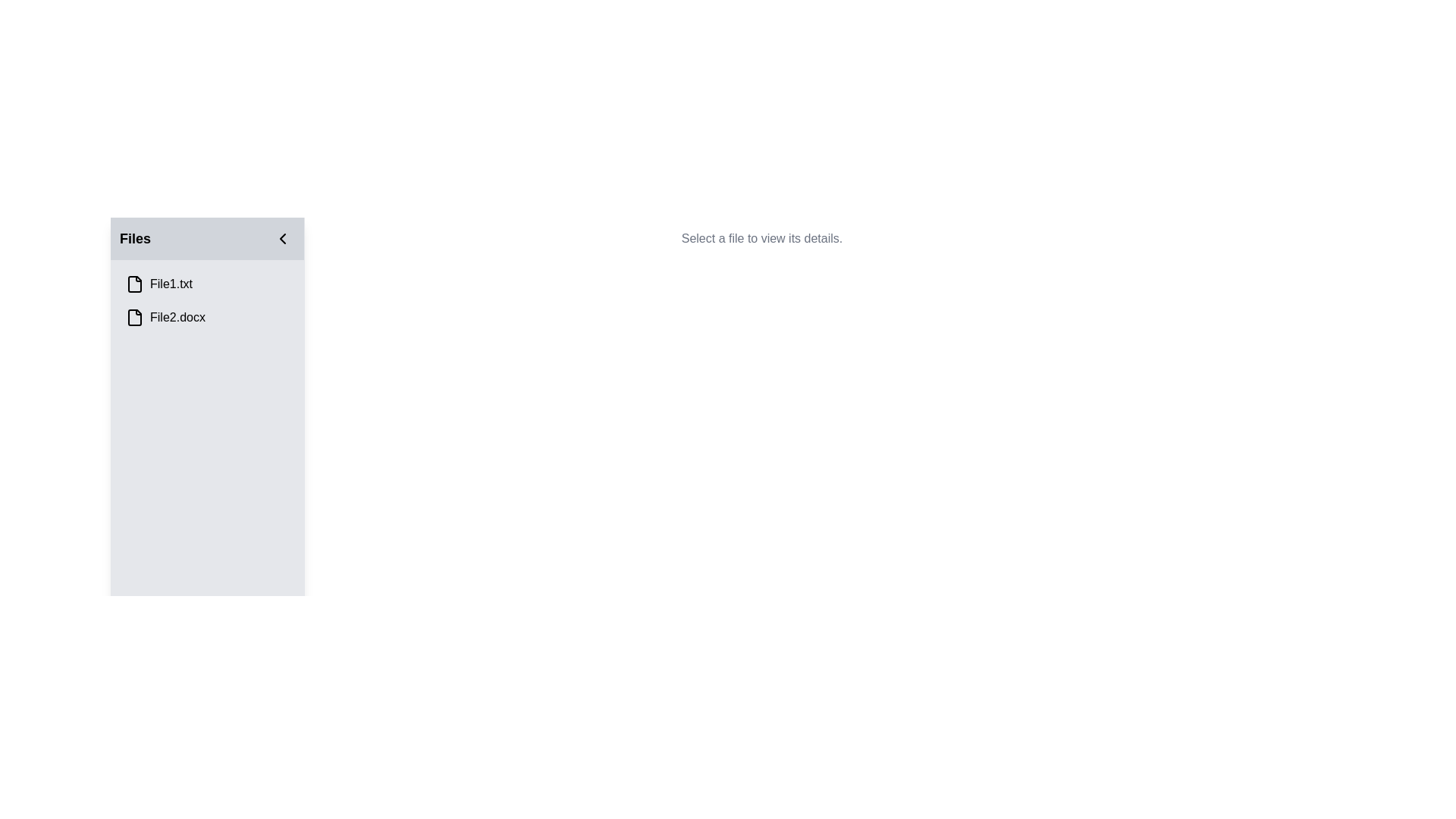  I want to click on the 'File1.txt' text label, which is the first item in the 'Files' section next, so click(171, 284).